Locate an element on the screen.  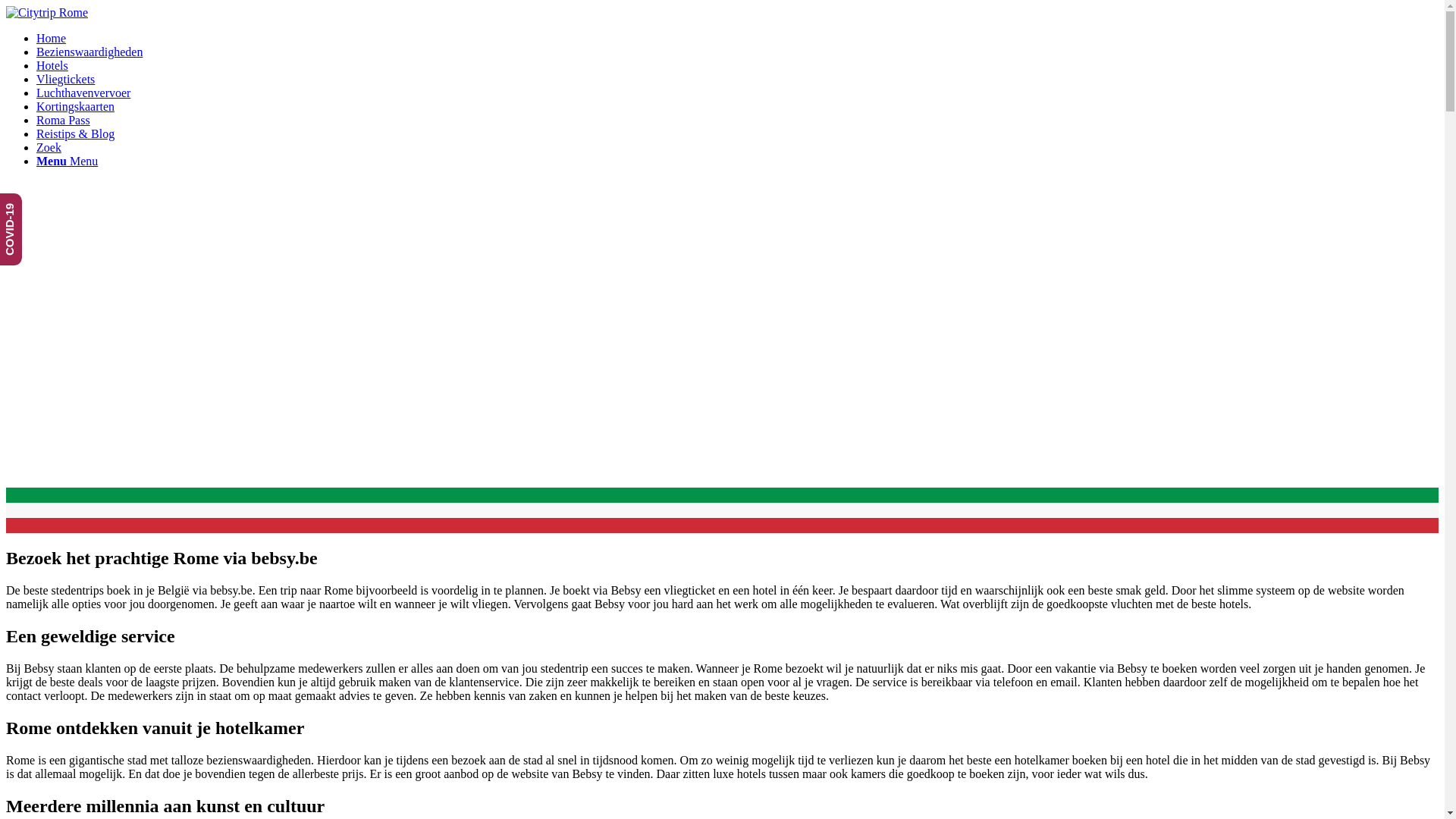
'Kortingskaarten' is located at coordinates (74, 105).